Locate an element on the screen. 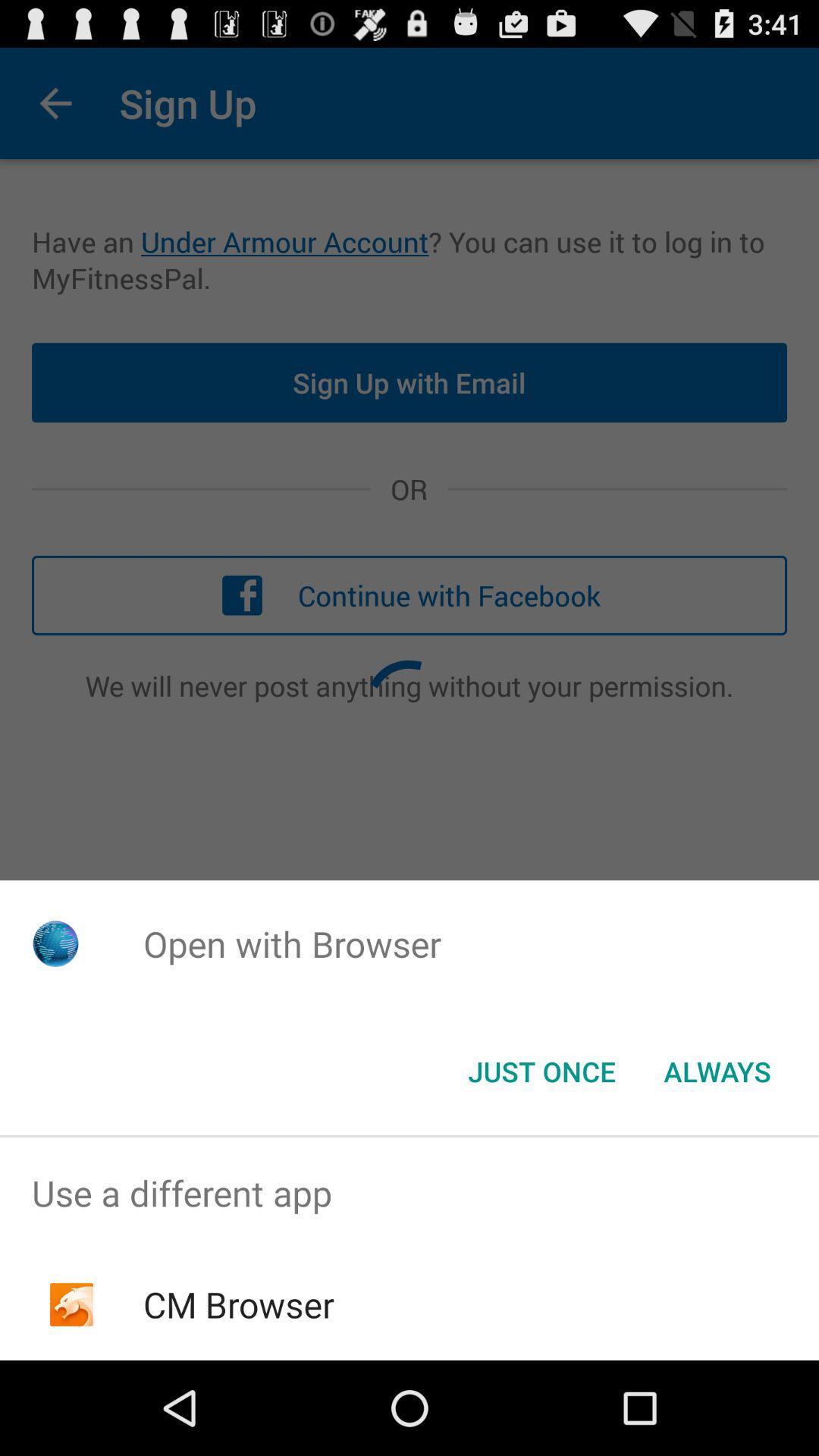 This screenshot has width=819, height=1456. the item above cm browser icon is located at coordinates (409, 1192).